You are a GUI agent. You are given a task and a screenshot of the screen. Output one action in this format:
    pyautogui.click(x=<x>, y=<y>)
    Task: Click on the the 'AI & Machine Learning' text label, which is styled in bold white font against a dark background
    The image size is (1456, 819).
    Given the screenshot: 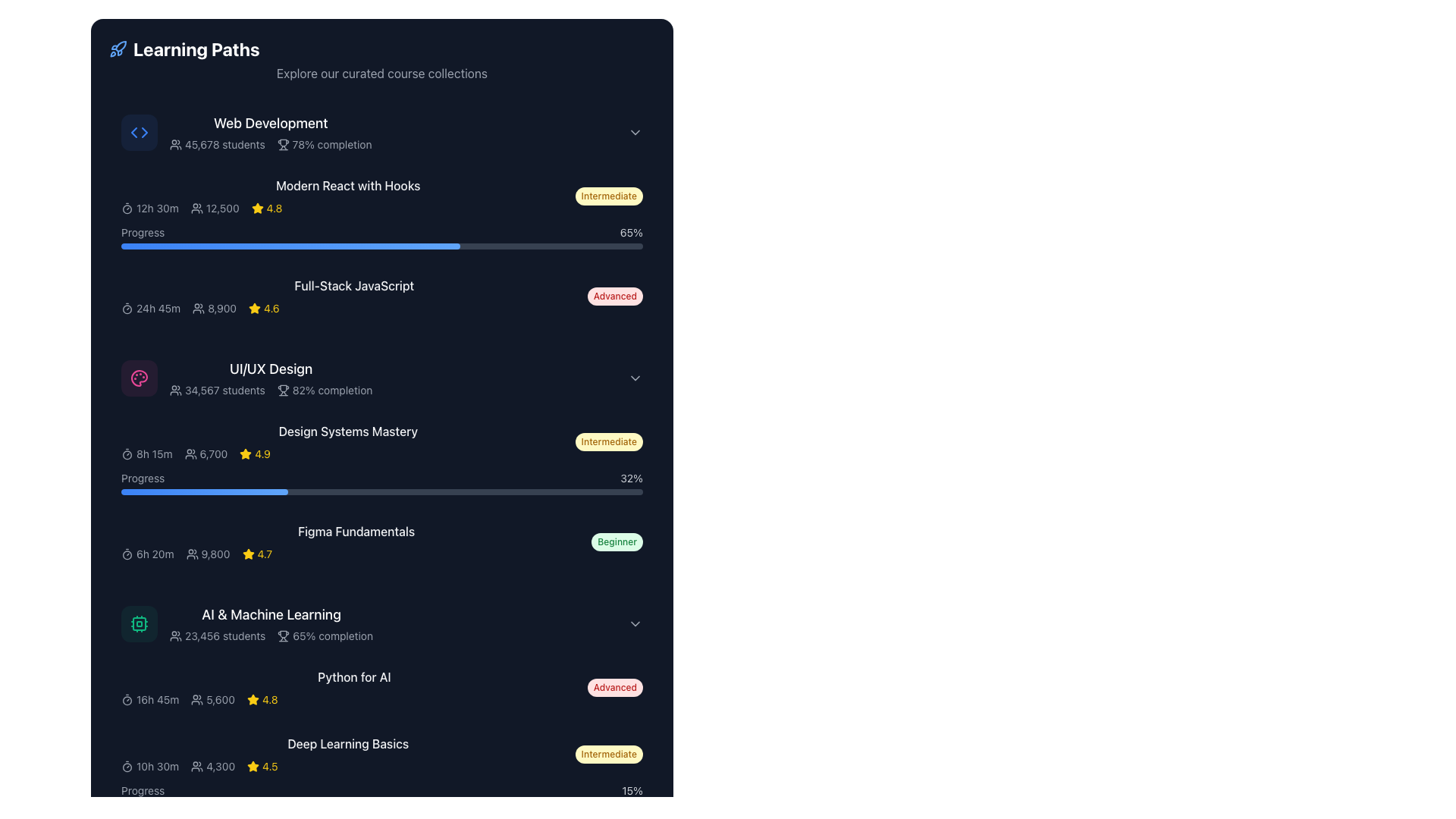 What is the action you would take?
    pyautogui.click(x=271, y=614)
    